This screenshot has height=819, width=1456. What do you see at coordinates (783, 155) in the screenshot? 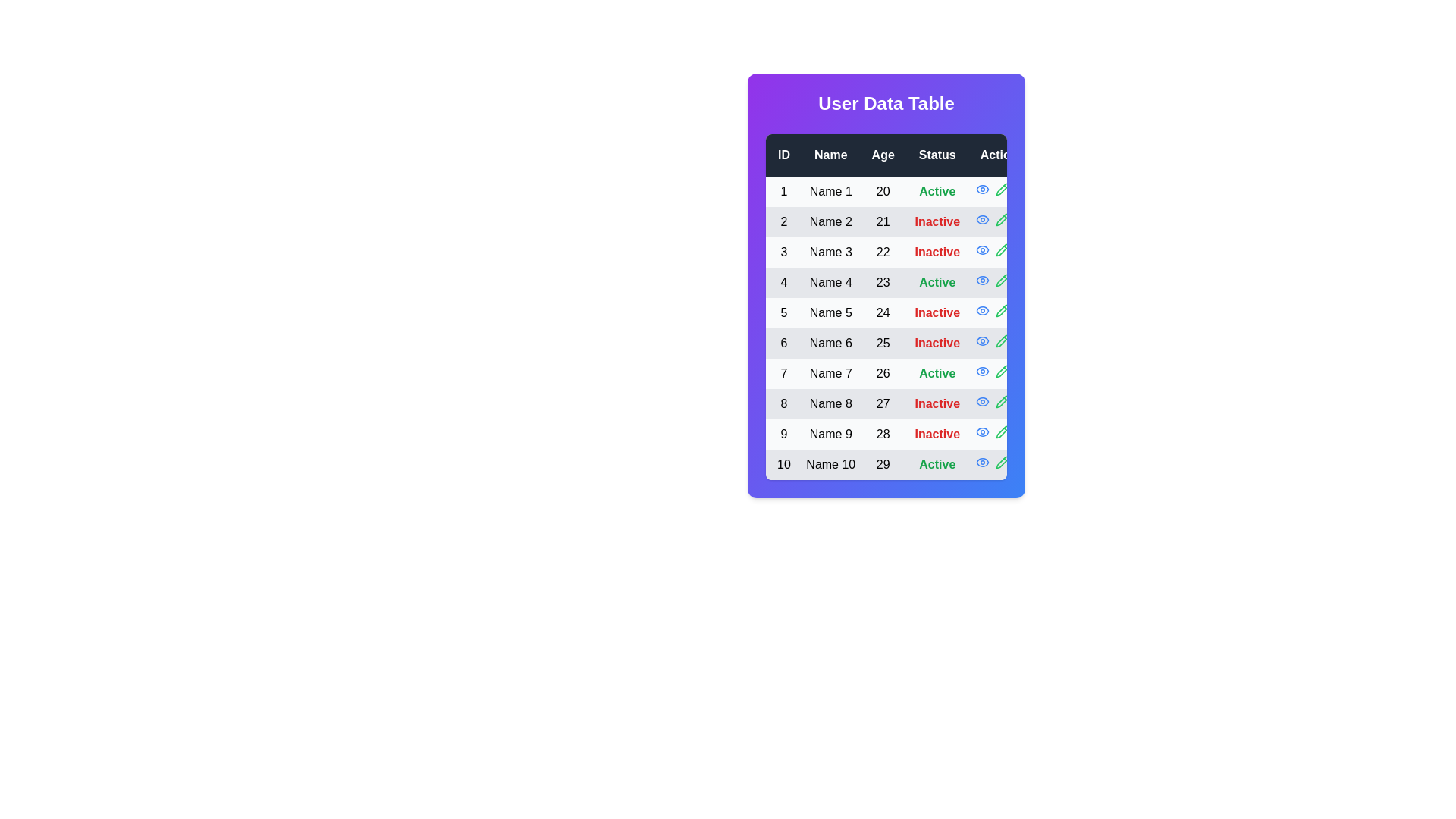
I see `the header ID to sort the table by that column` at bounding box center [783, 155].